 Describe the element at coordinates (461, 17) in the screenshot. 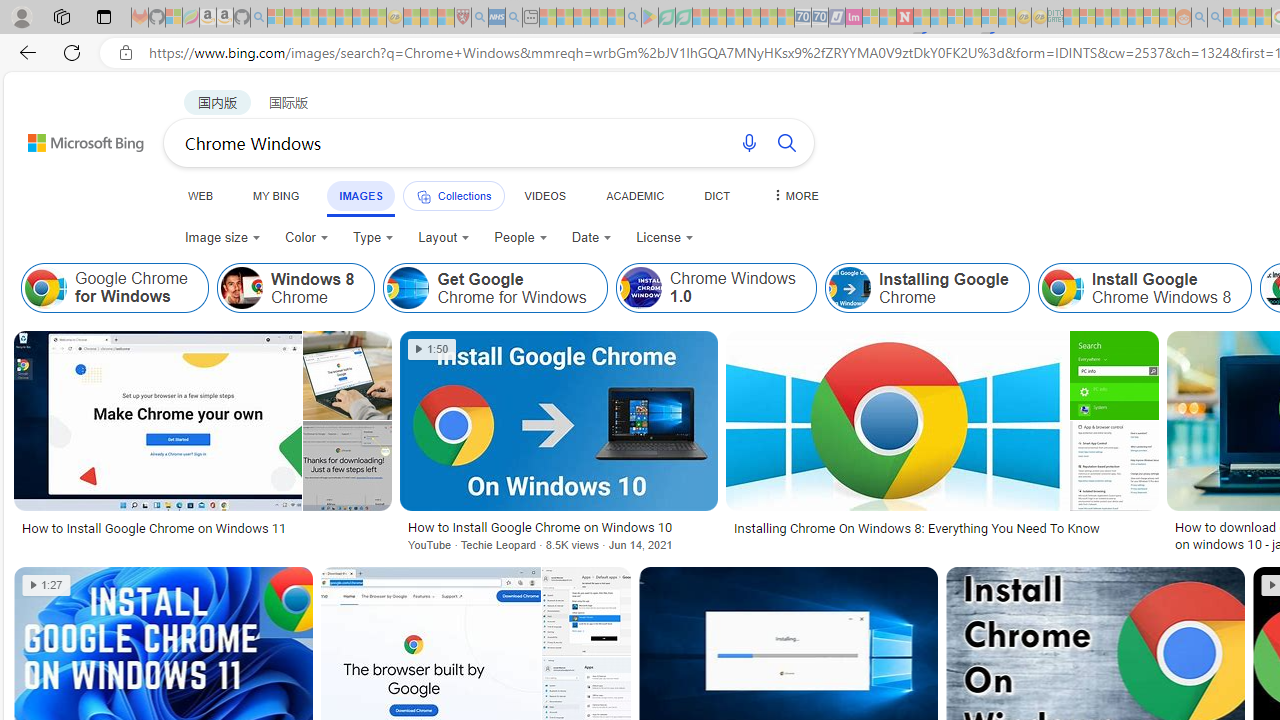

I see `'Robert H. Shmerling, MD - Harvard Health - Sleeping'` at that location.